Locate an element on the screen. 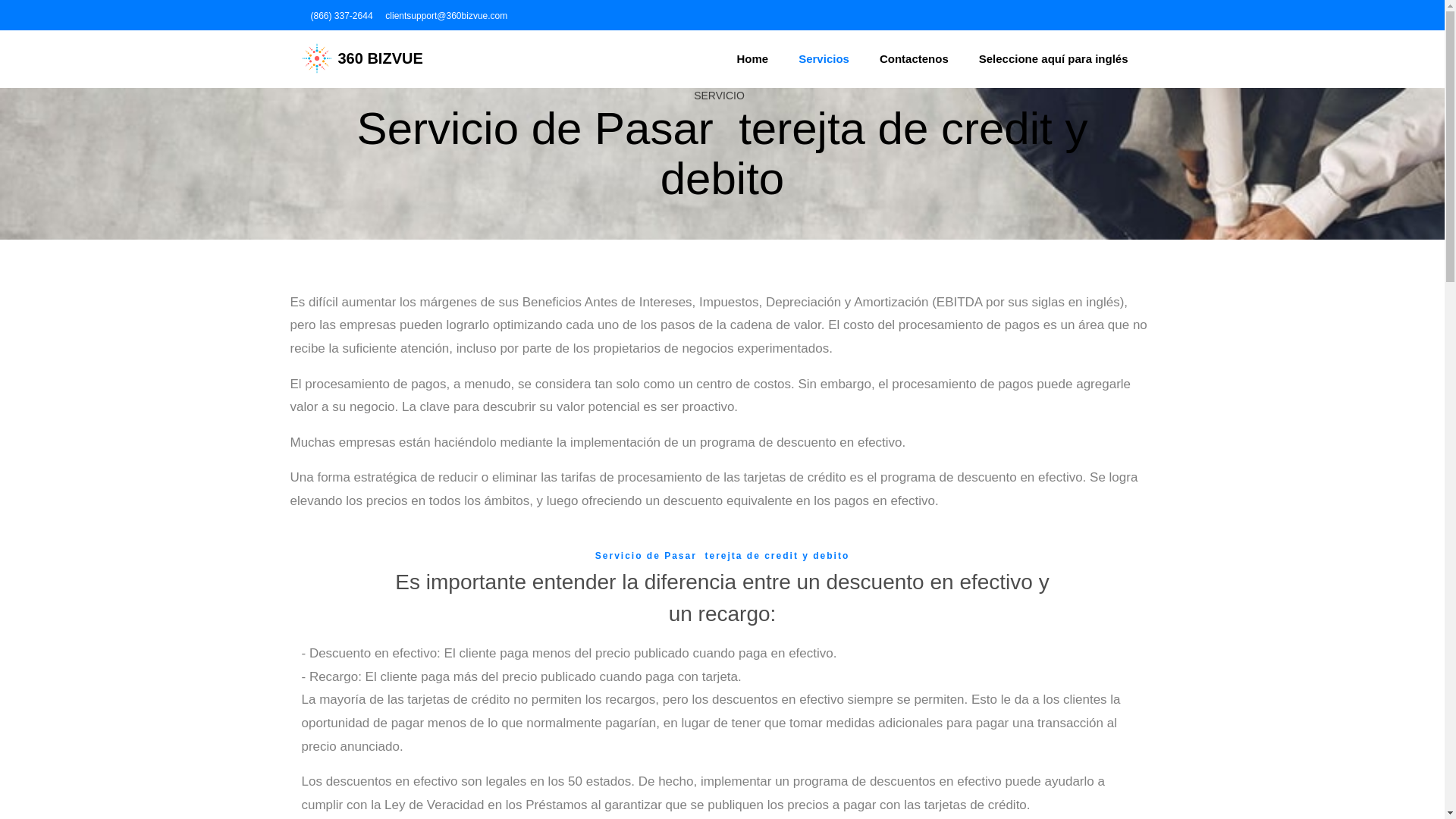 The height and width of the screenshot is (819, 1456). '360 BIZVUE' is located at coordinates (362, 58).